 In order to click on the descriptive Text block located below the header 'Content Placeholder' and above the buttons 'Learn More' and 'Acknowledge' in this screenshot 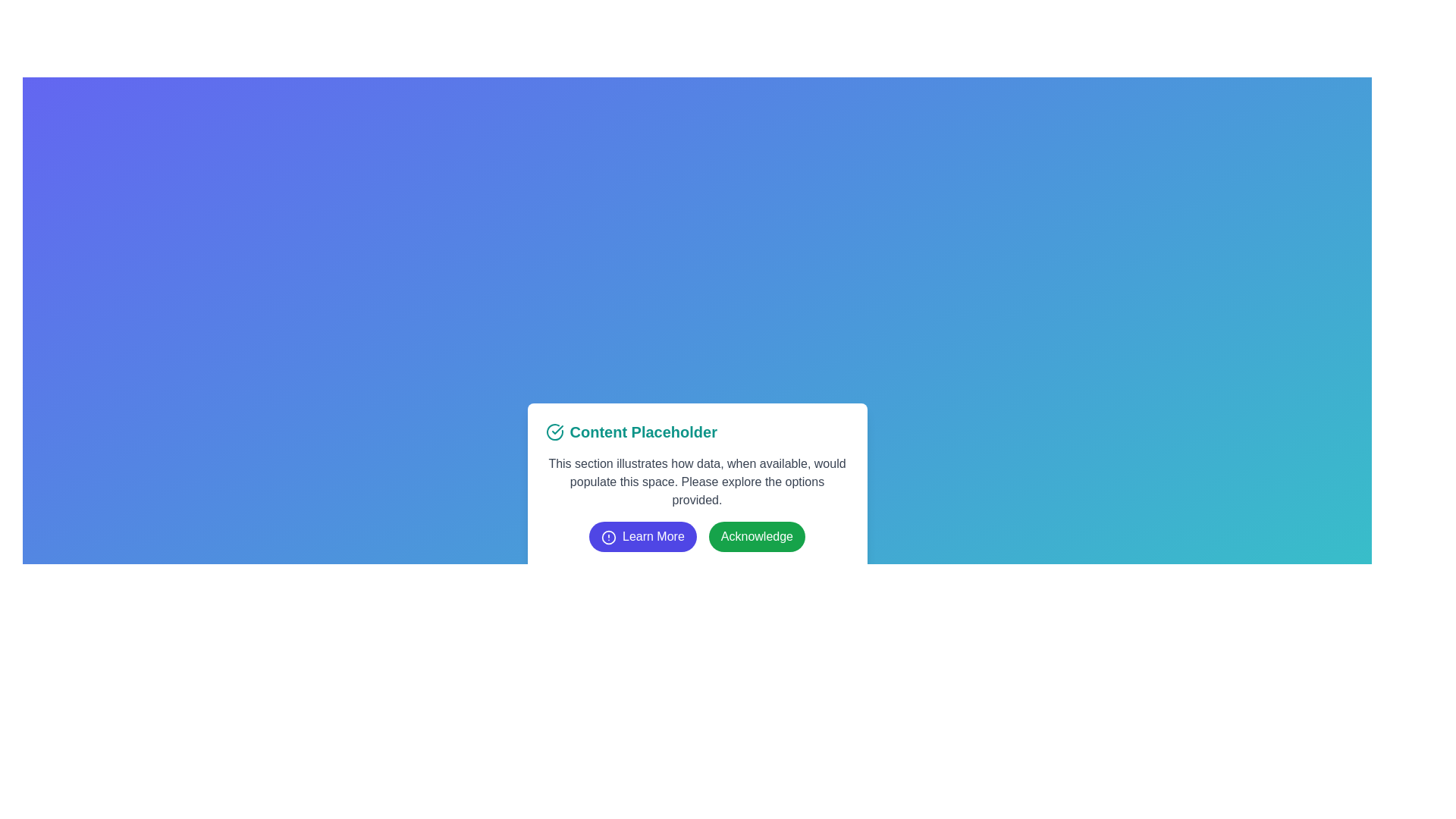, I will do `click(696, 482)`.